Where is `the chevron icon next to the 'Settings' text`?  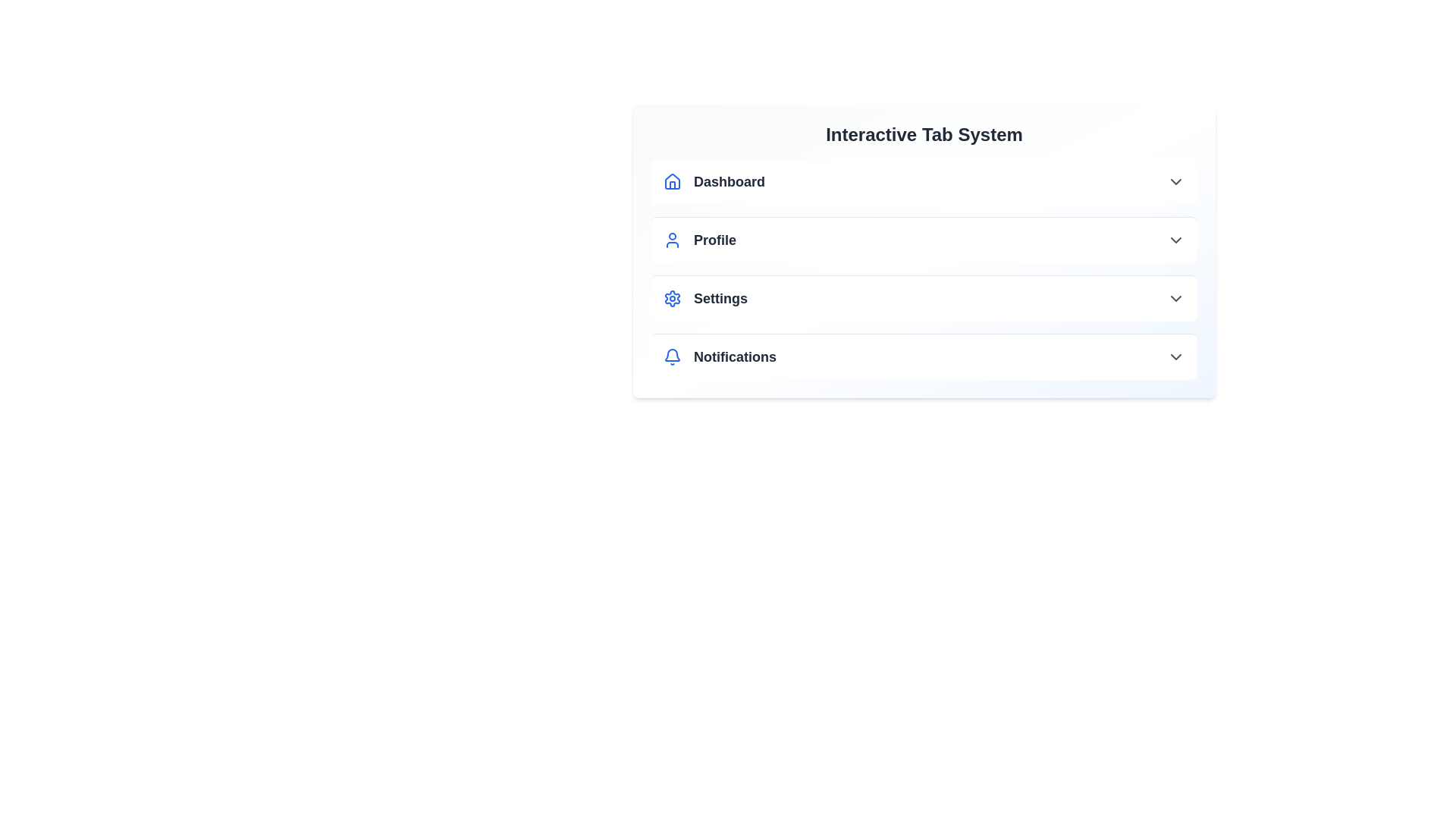
the chevron icon next to the 'Settings' text is located at coordinates (1175, 298).